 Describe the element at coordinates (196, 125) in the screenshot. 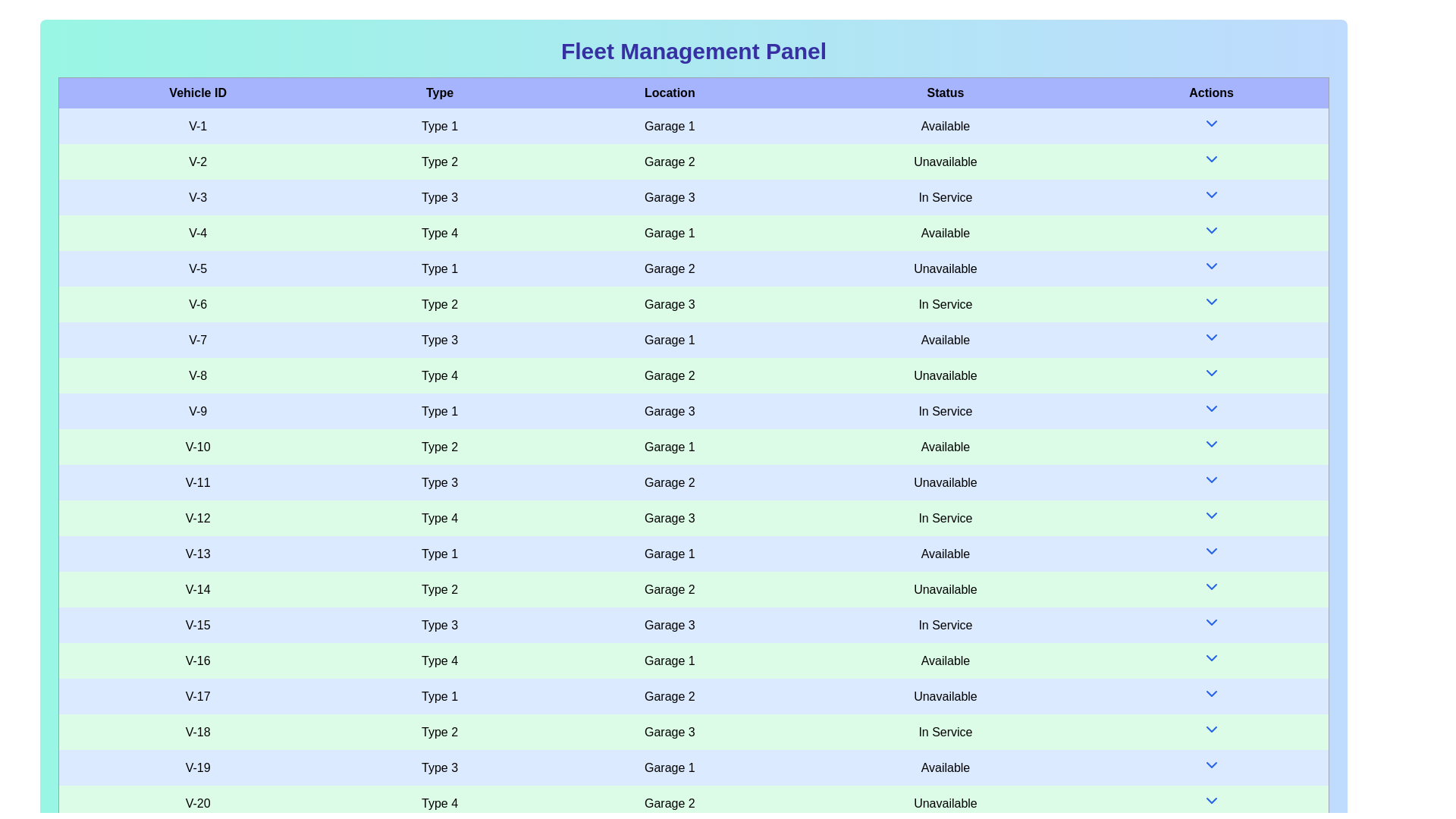

I see `the table cell corresponding to Vehicle ID V-1 to view the tooltip` at that location.